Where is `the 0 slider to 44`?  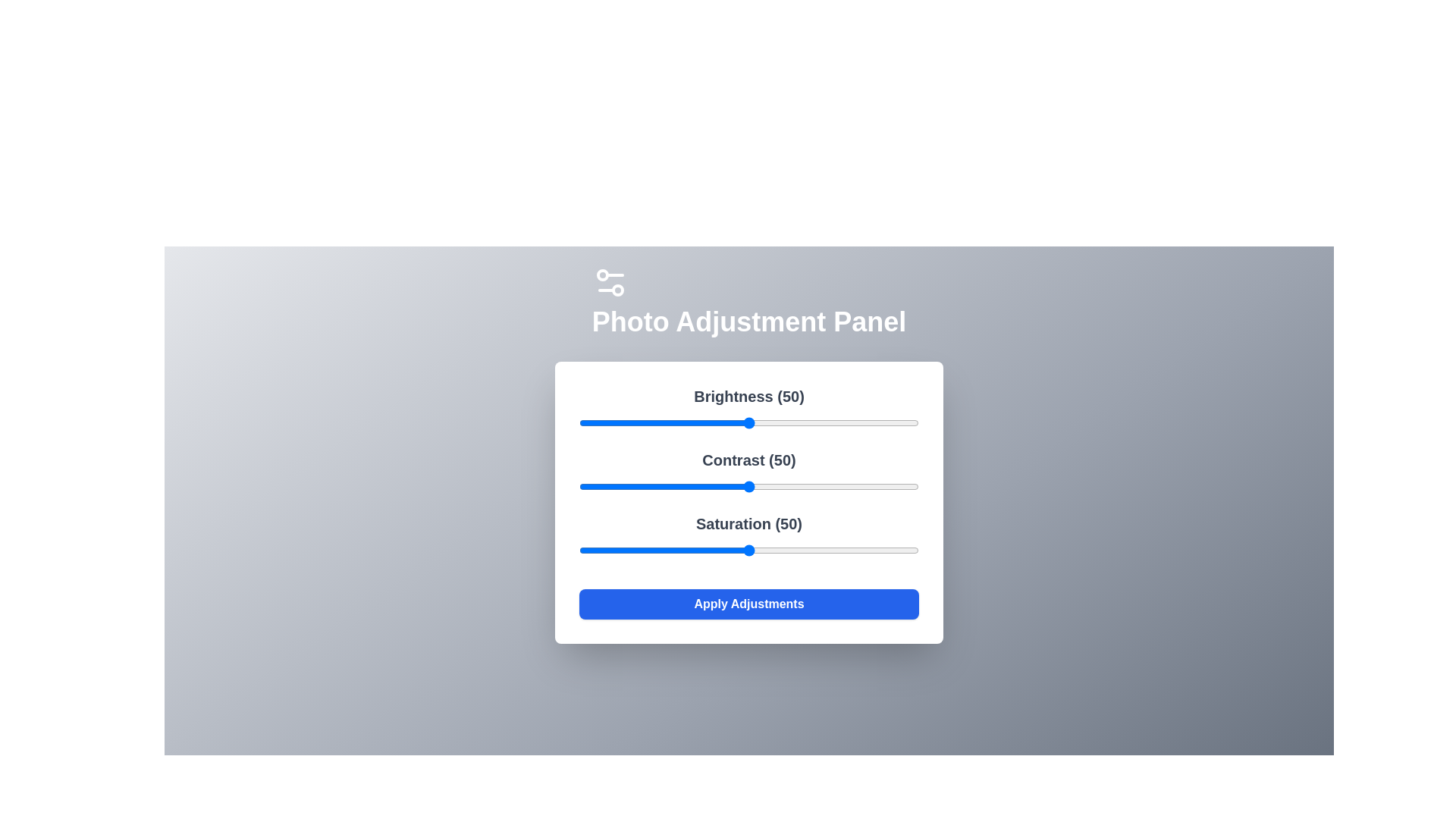
the 0 slider to 44 is located at coordinates (729, 423).